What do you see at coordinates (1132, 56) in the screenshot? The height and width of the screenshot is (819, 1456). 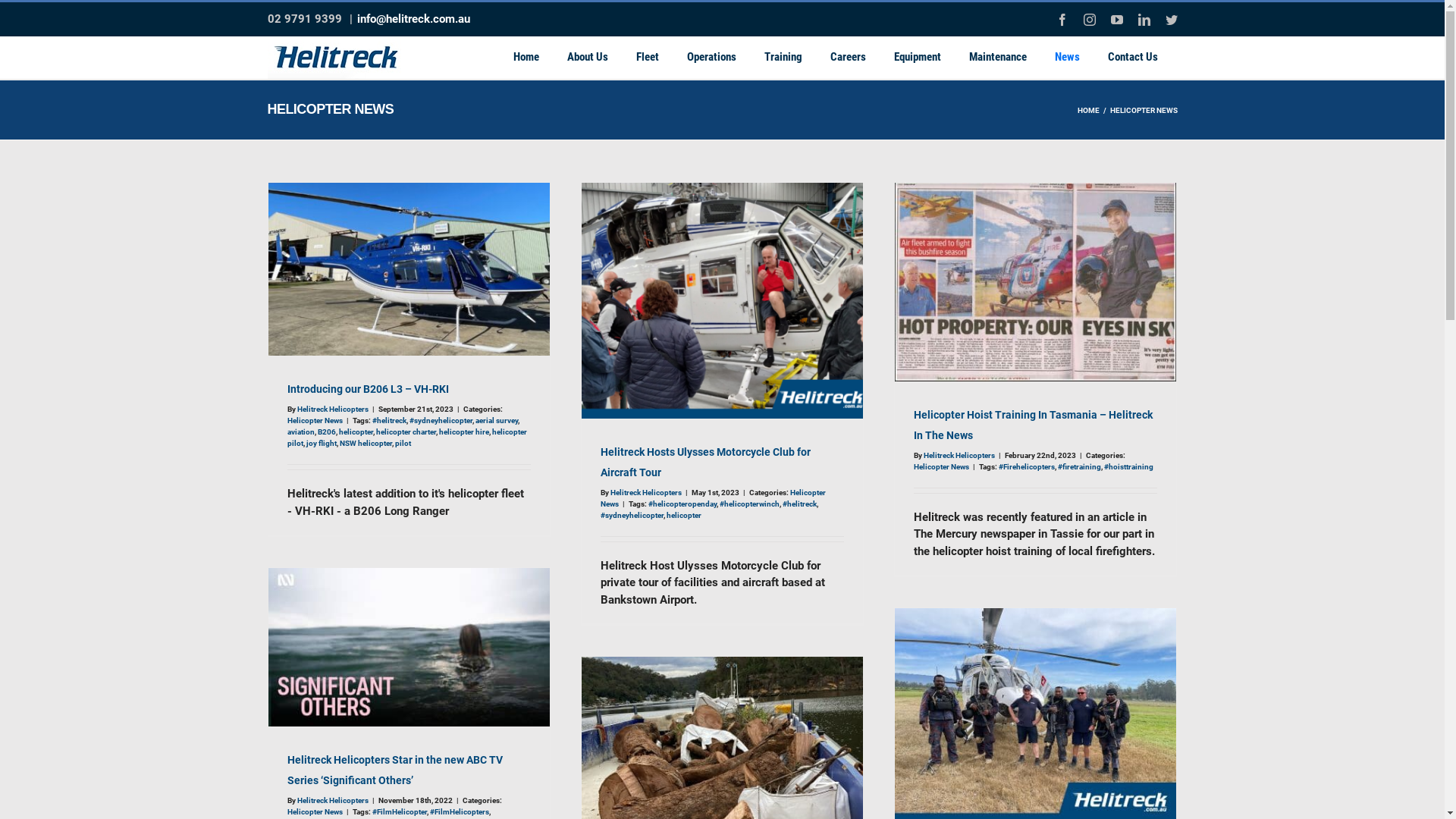 I see `'Contact Us'` at bounding box center [1132, 56].